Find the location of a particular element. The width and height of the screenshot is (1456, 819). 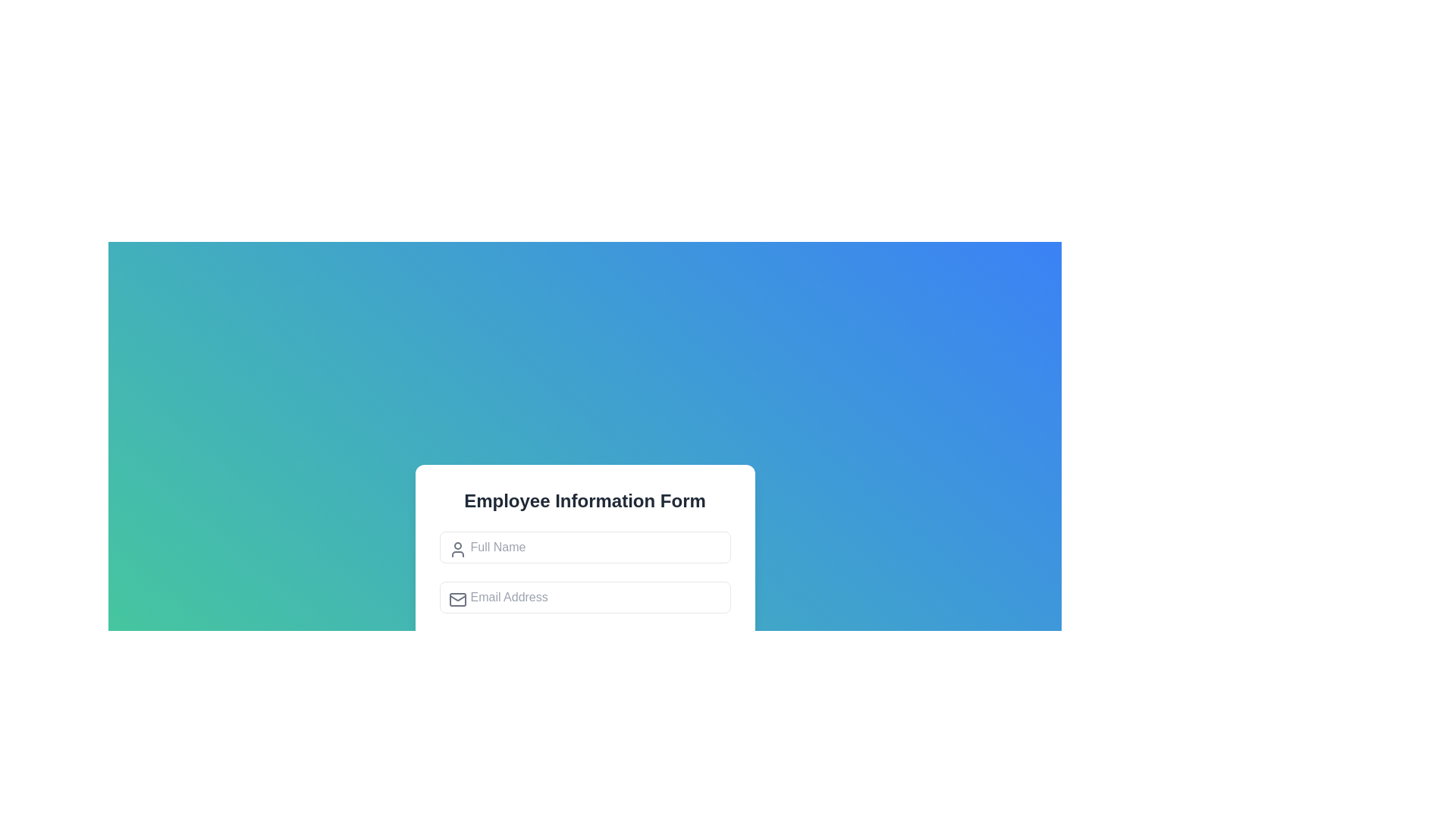

the user icon located to the left of the 'Full Name' input field in the 'Employee Information Form' to understand its indicative purpose is located at coordinates (457, 550).